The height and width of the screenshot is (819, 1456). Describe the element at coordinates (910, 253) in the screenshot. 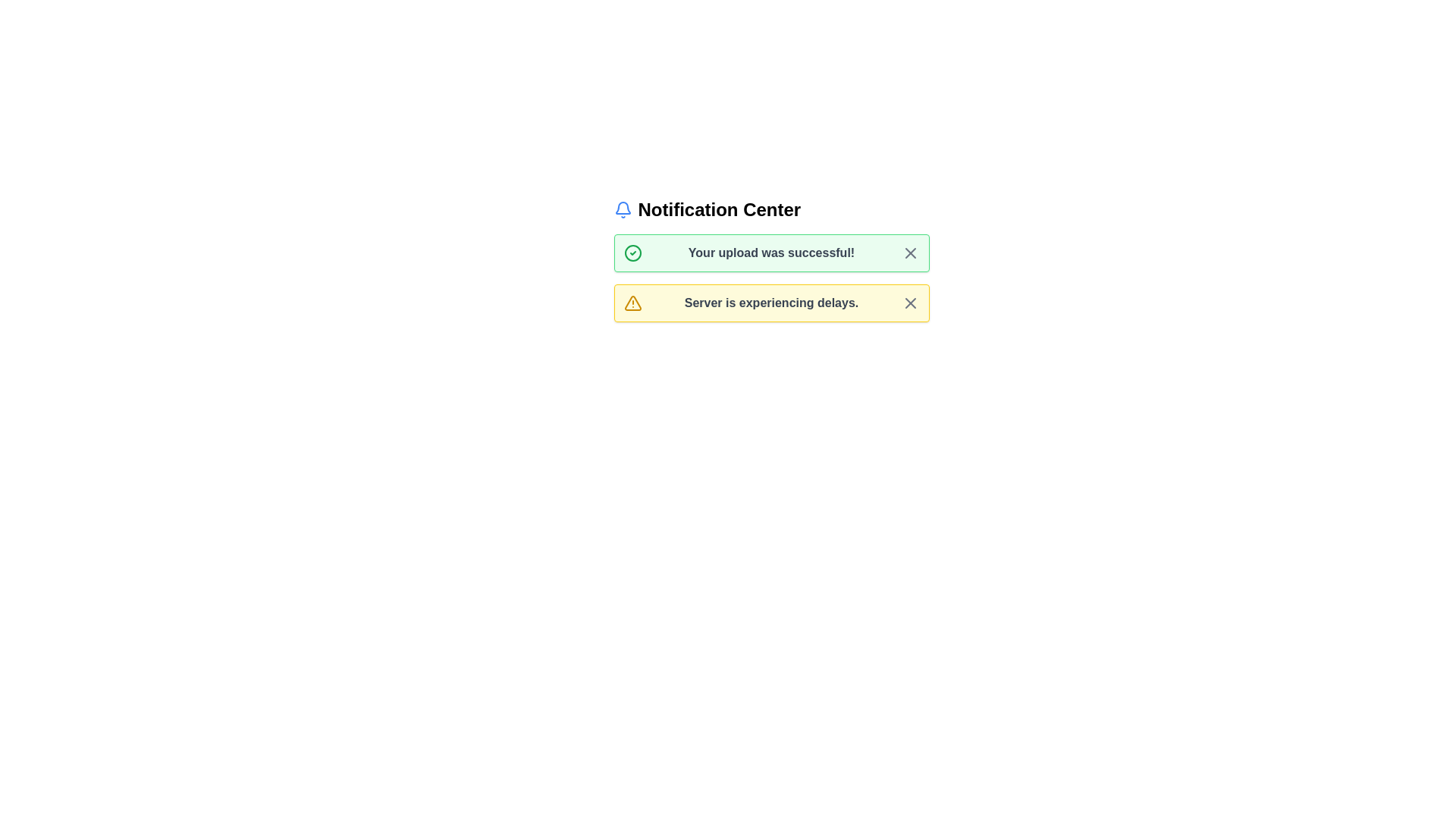

I see `the X button of the alert to dismiss it` at that location.